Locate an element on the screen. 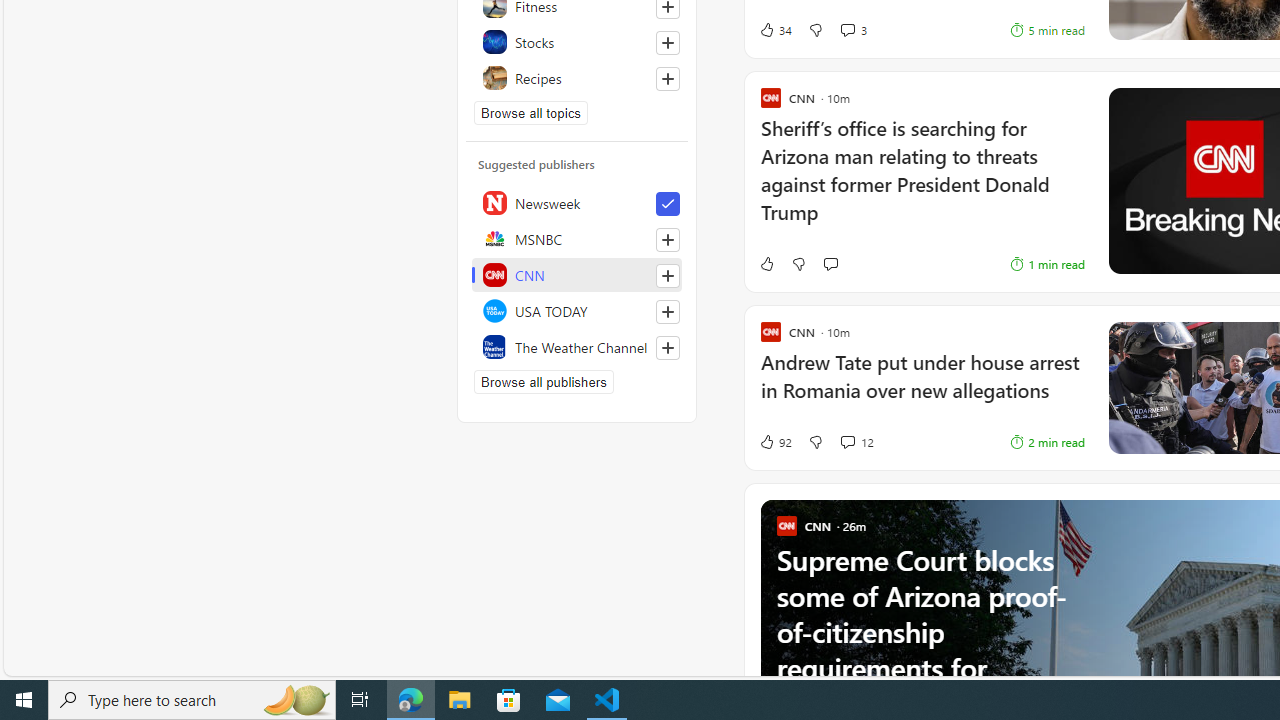 This screenshot has height=720, width=1280. 'Recipes' is located at coordinates (576, 77).